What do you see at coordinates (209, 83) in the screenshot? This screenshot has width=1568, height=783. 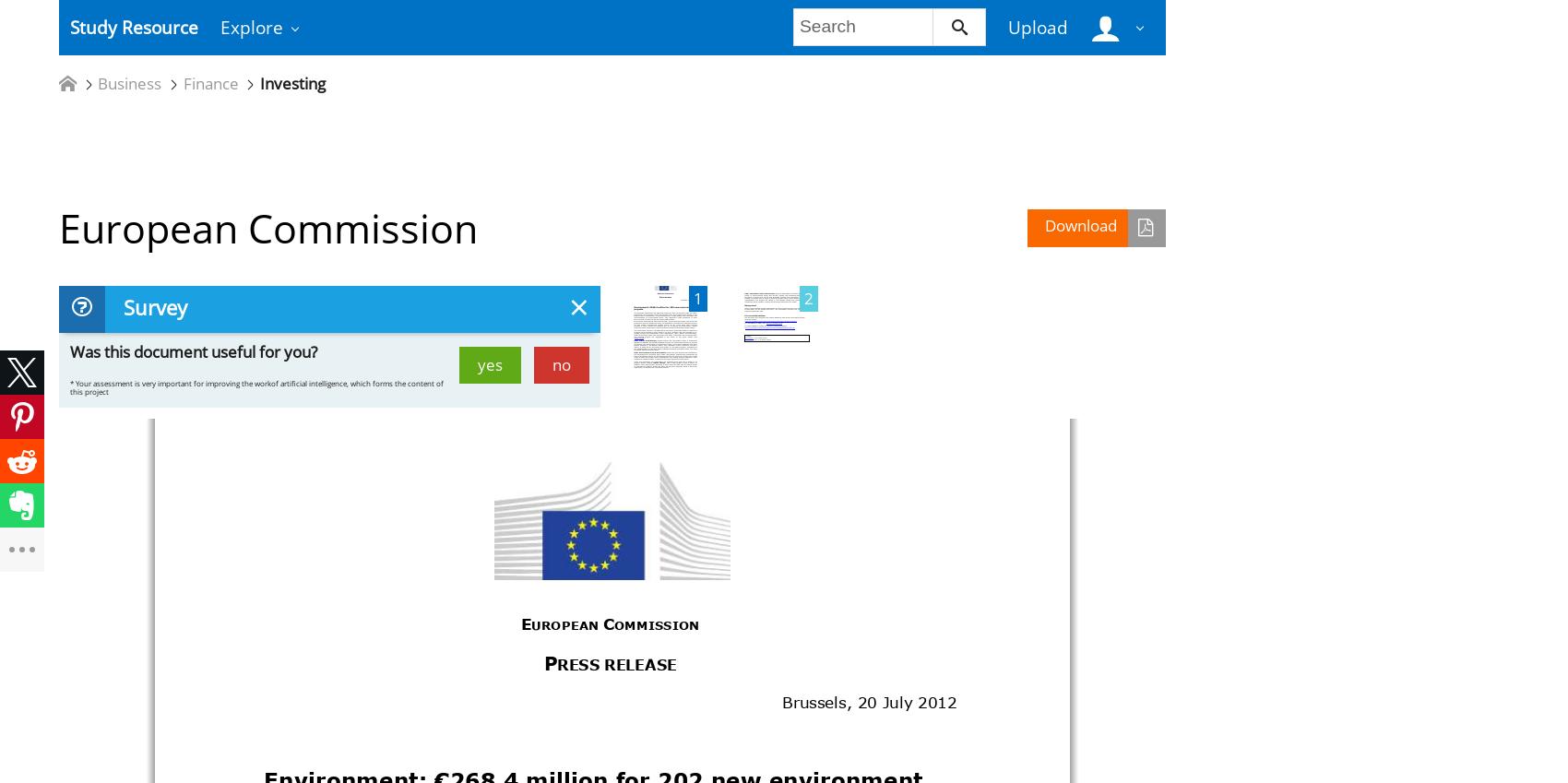 I see `'Finance'` at bounding box center [209, 83].